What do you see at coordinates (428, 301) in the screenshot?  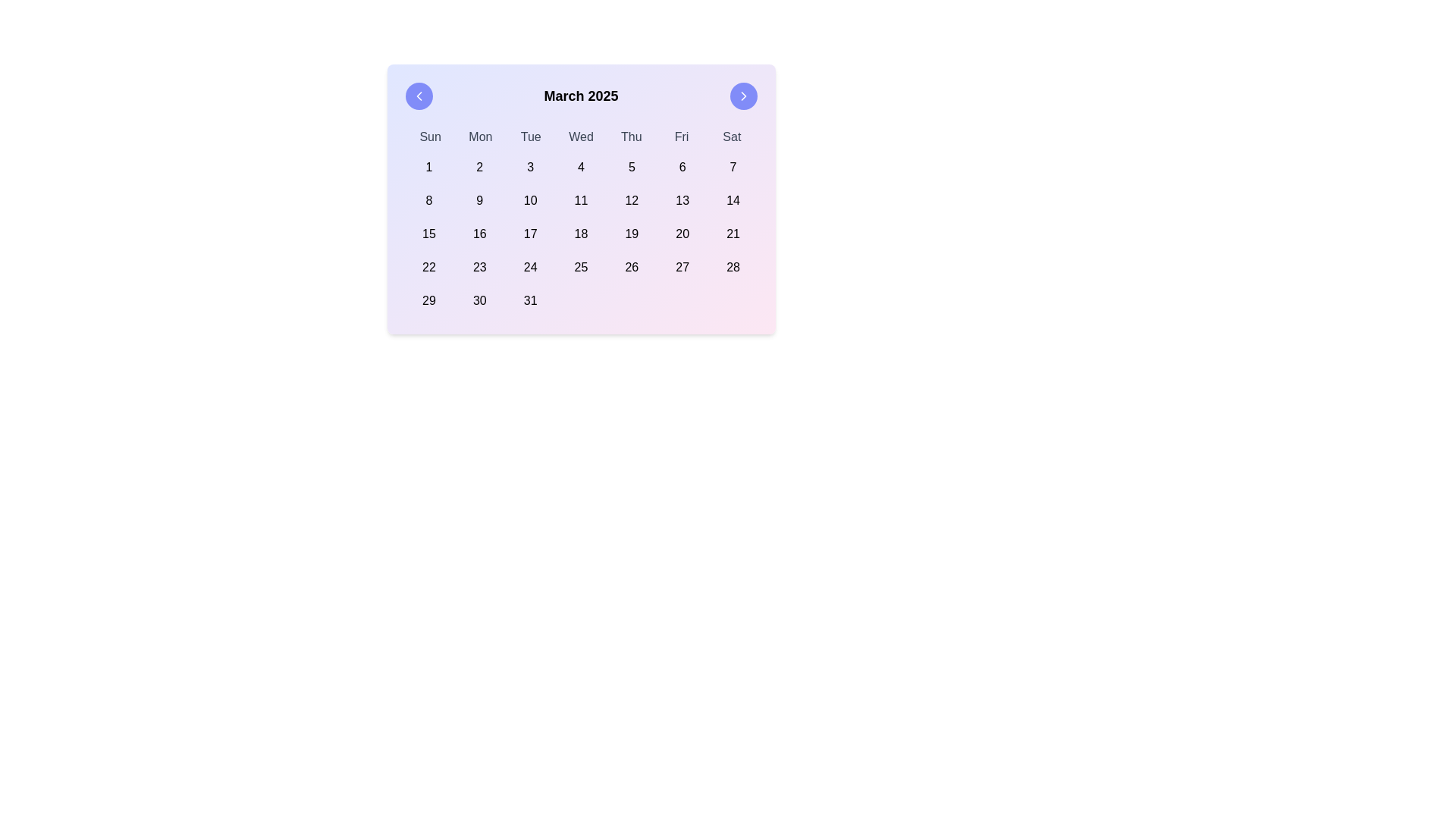 I see `the clickable calendar date cell with a light purple background located at the bottom-left cell of the grid, which is the 29th item` at bounding box center [428, 301].